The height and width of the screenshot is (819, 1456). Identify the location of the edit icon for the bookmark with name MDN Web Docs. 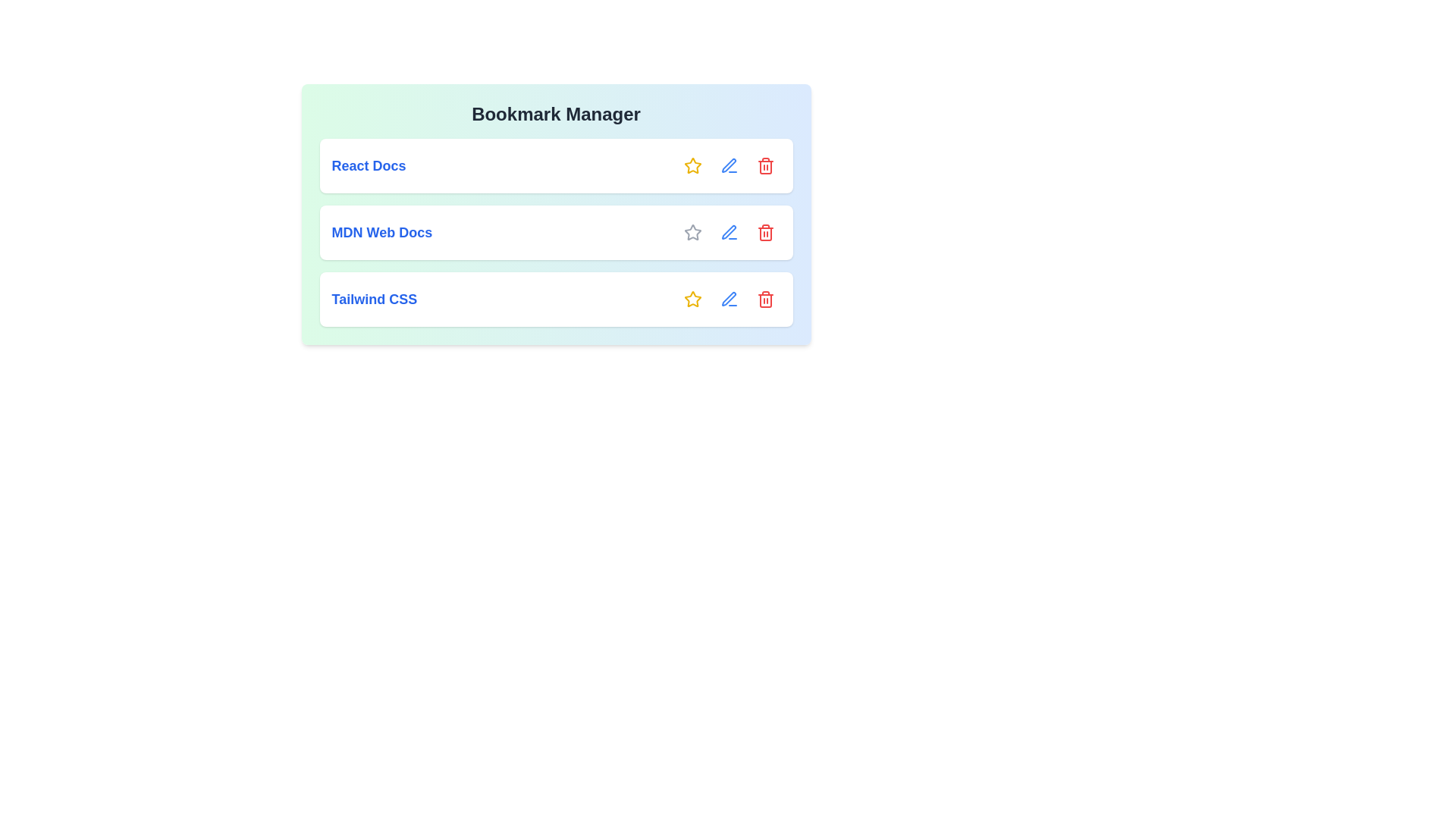
(729, 233).